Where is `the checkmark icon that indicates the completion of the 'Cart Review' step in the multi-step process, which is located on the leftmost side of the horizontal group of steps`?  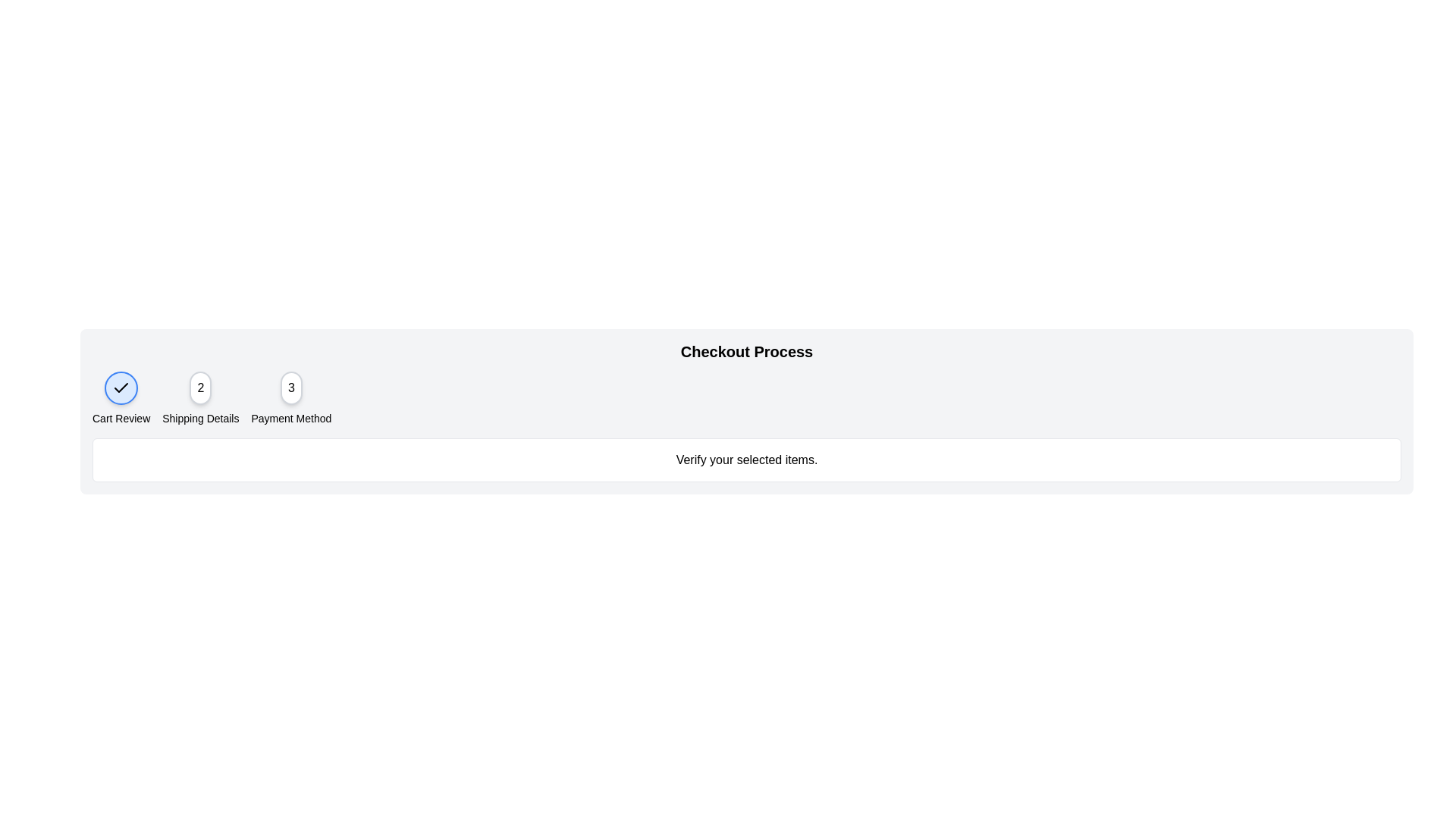
the checkmark icon that indicates the completion of the 'Cart Review' step in the multi-step process, which is located on the leftmost side of the horizontal group of steps is located at coordinates (121, 388).